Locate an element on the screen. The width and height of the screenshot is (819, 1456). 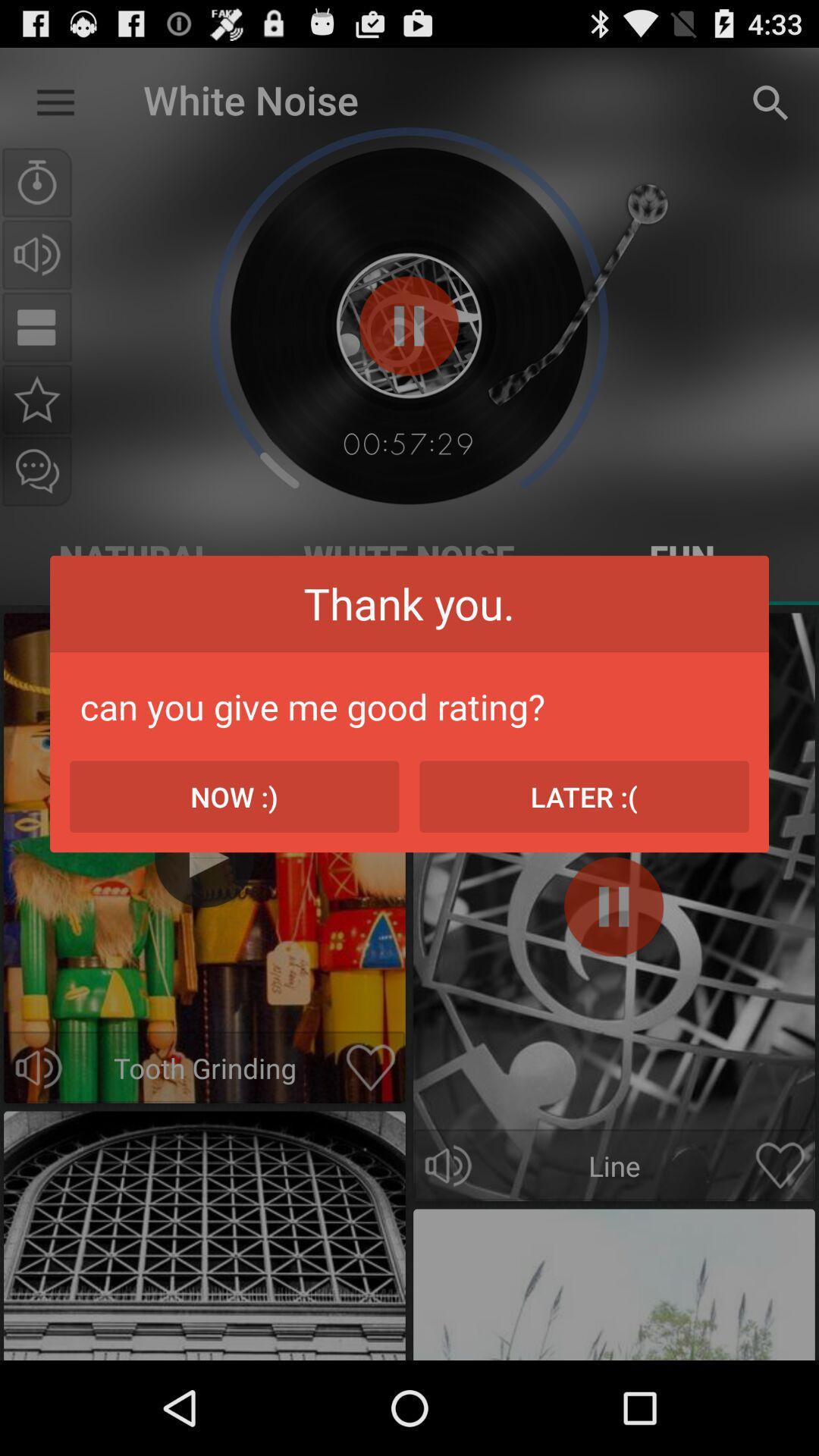
the later :( item is located at coordinates (583, 795).